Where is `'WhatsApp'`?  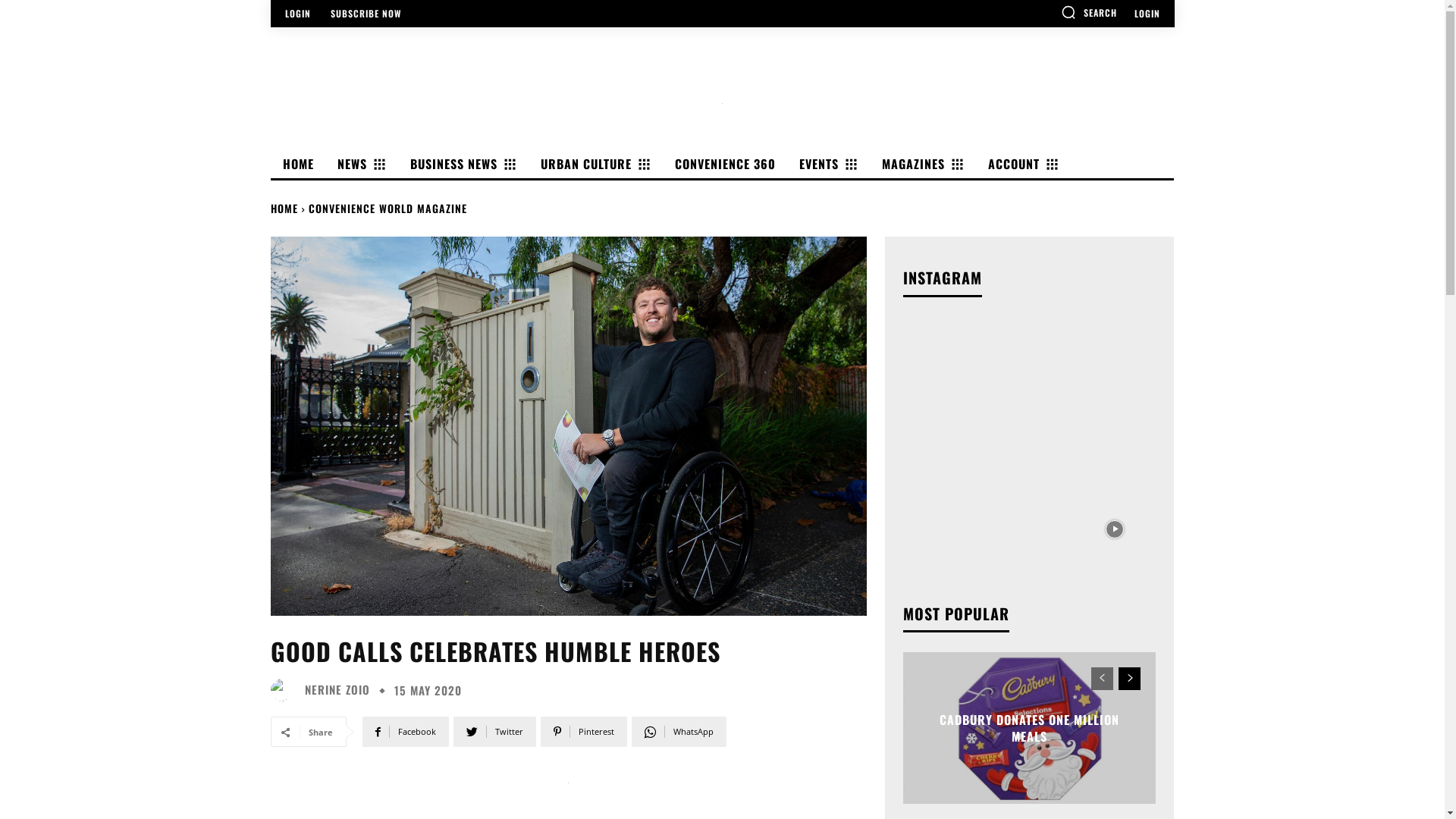 'WhatsApp' is located at coordinates (677, 730).